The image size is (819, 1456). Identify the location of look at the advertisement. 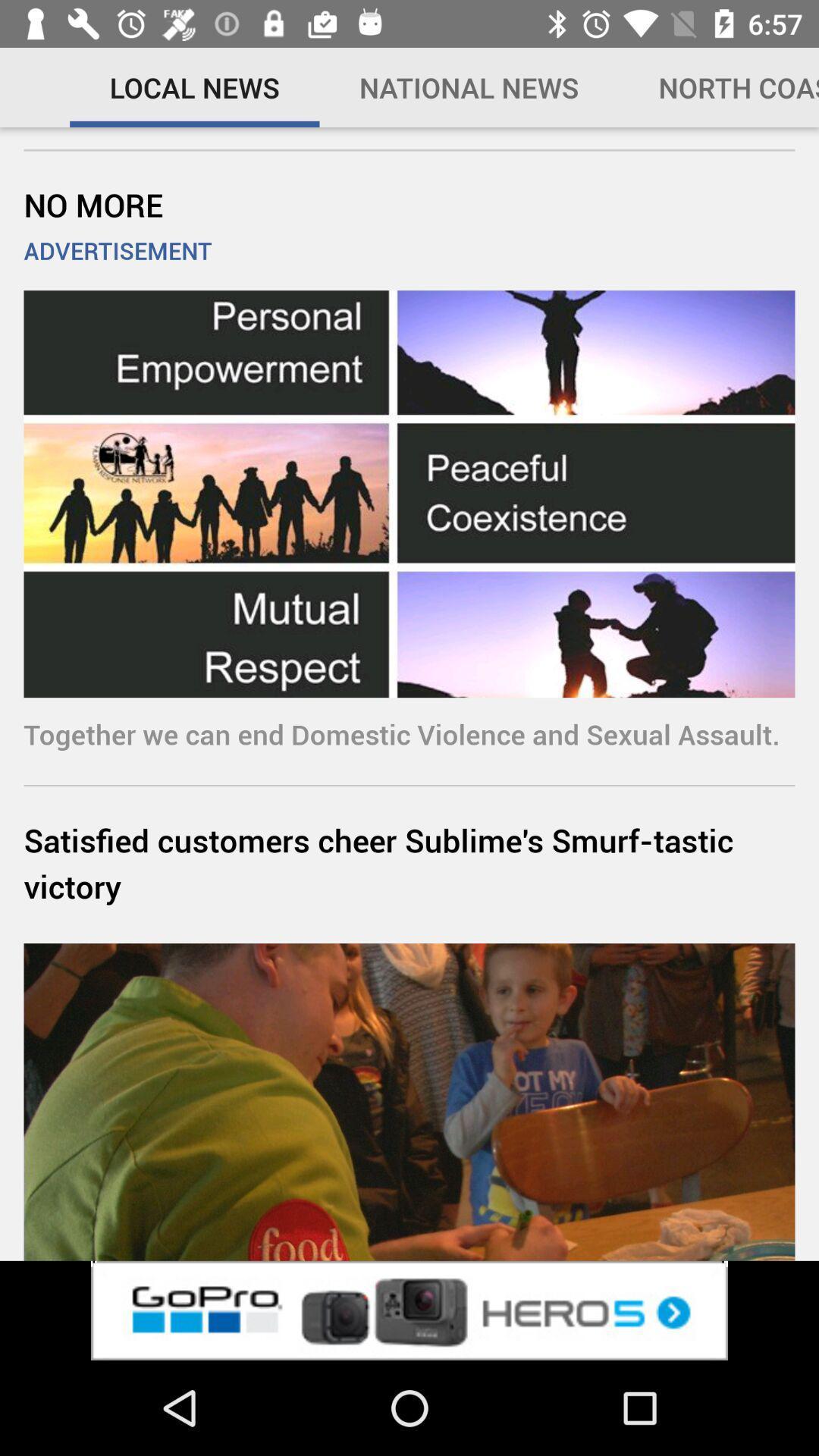
(409, 1310).